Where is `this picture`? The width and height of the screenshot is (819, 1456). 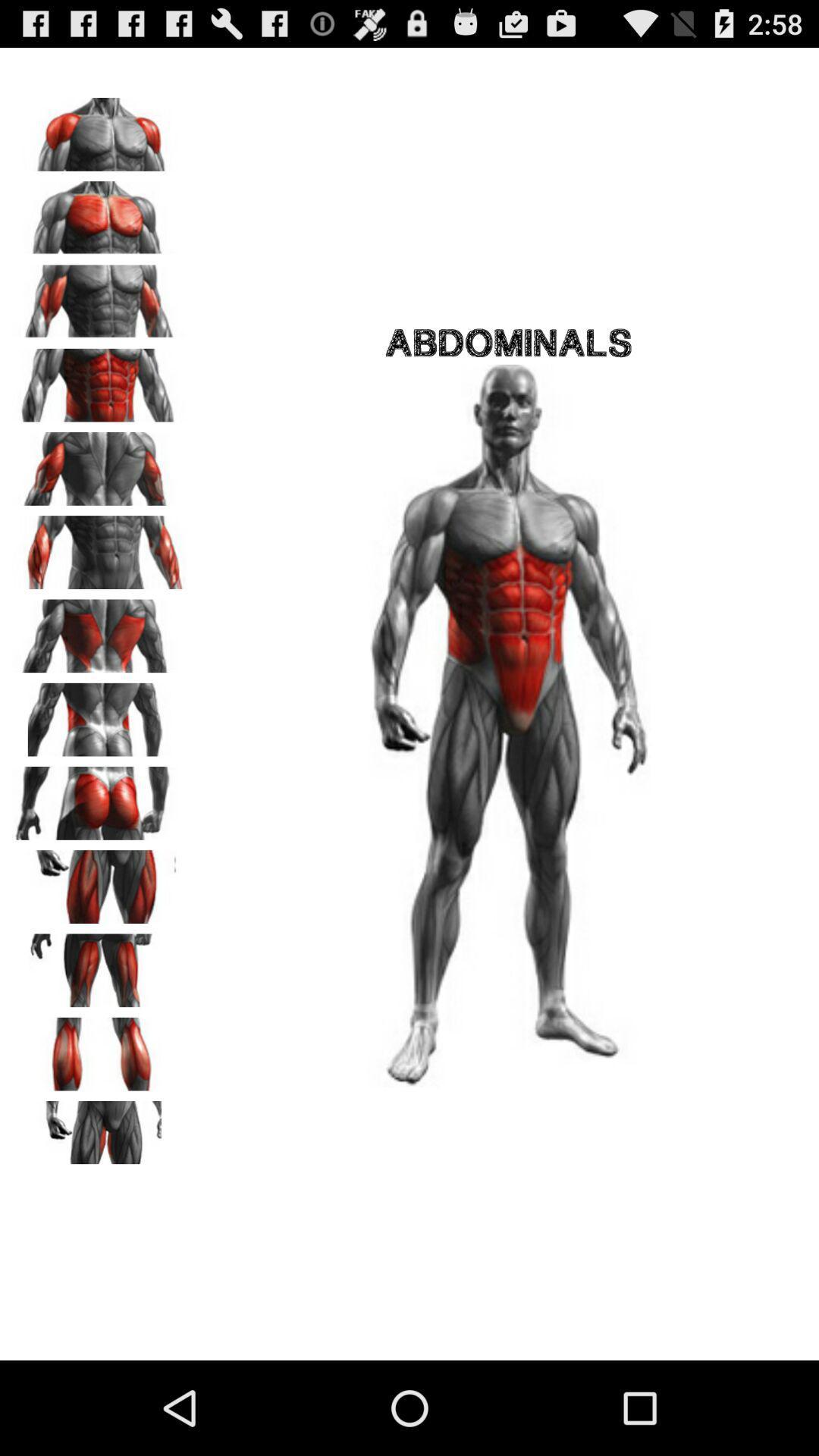 this picture is located at coordinates (99, 714).